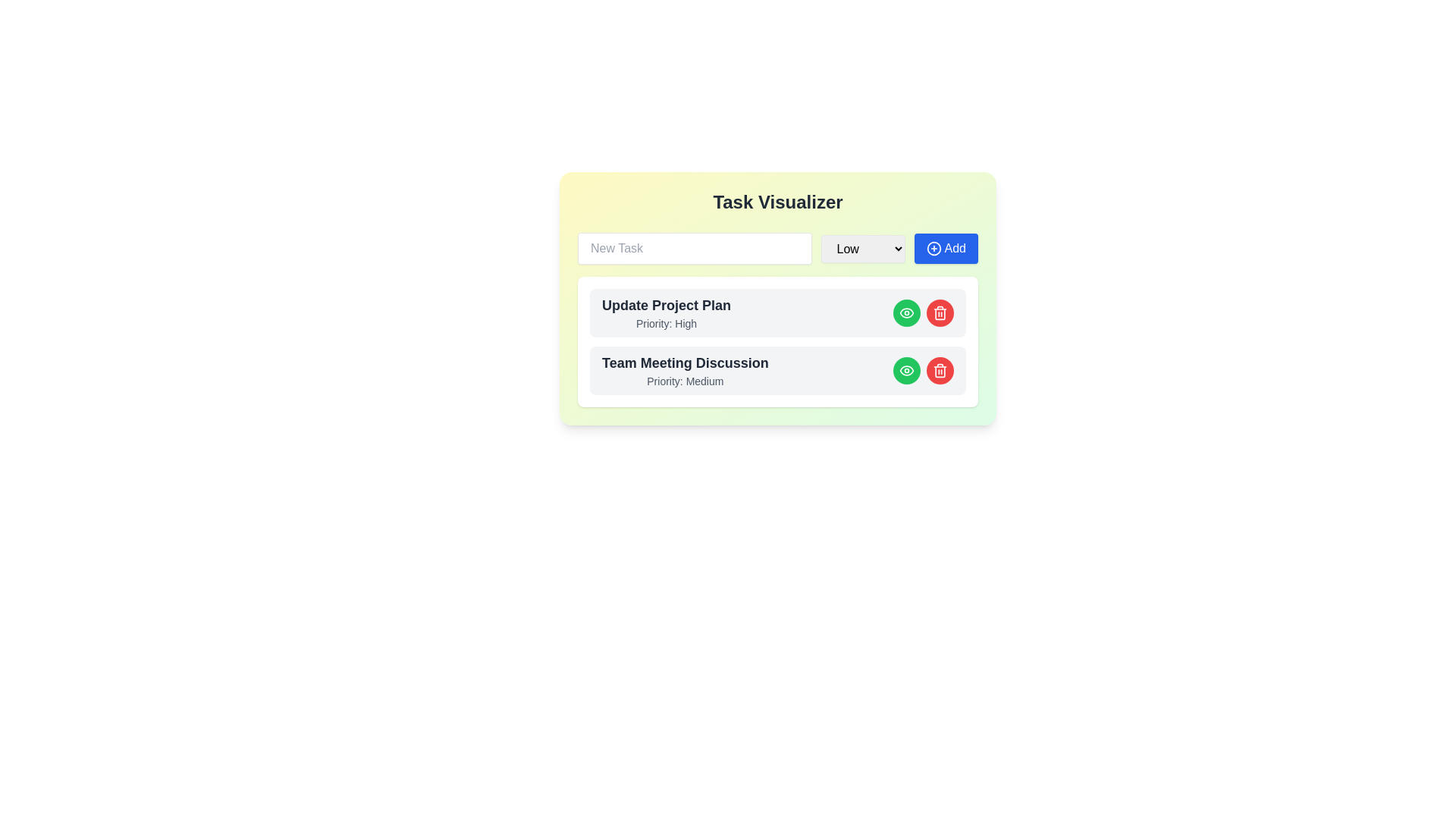 This screenshot has height=819, width=1456. Describe the element at coordinates (939, 312) in the screenshot. I see `the trash can icon button with a red circular background, located to the right of the green eye icon` at that location.